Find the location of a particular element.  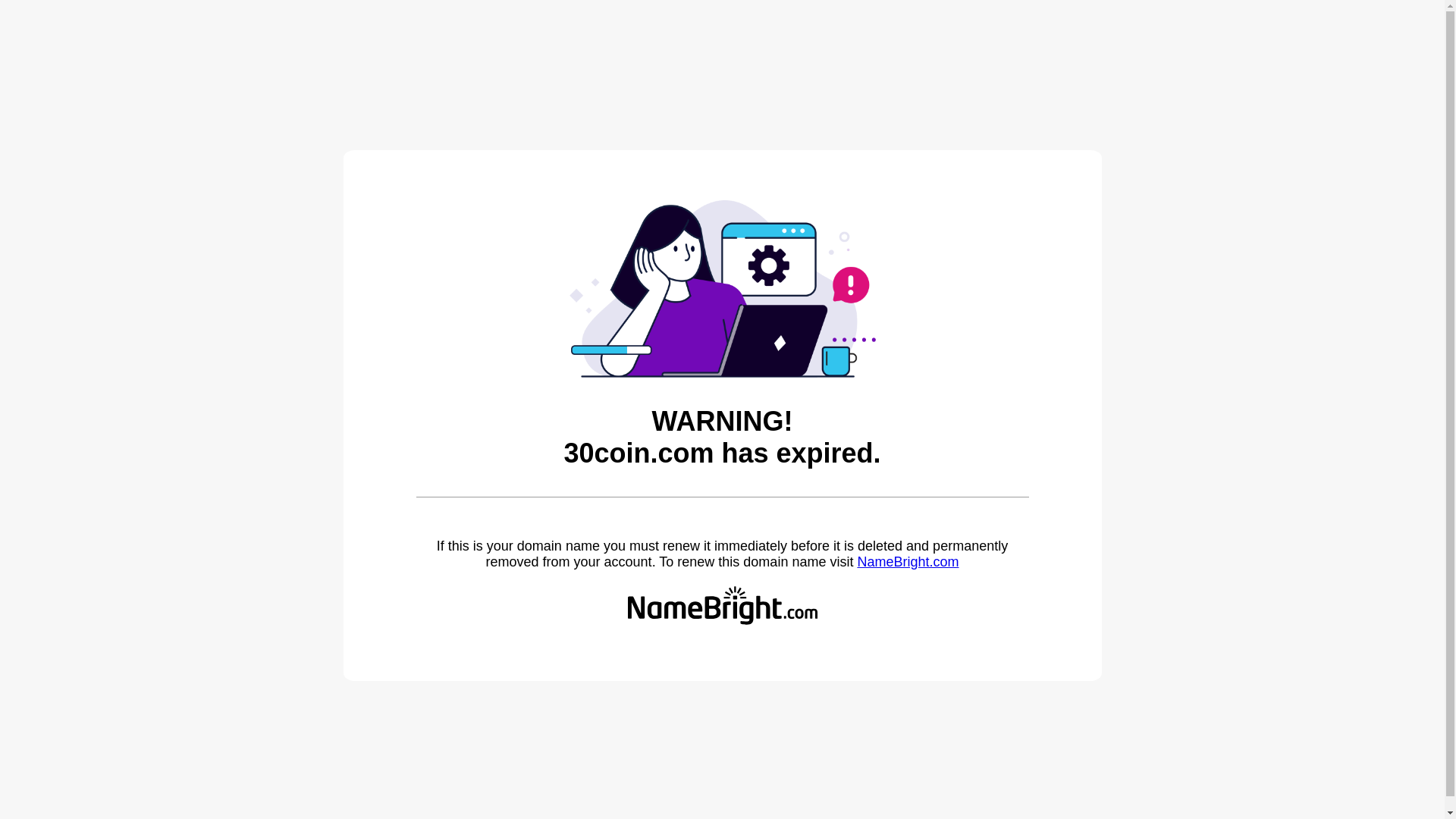

'NameBright.com' is located at coordinates (907, 561).